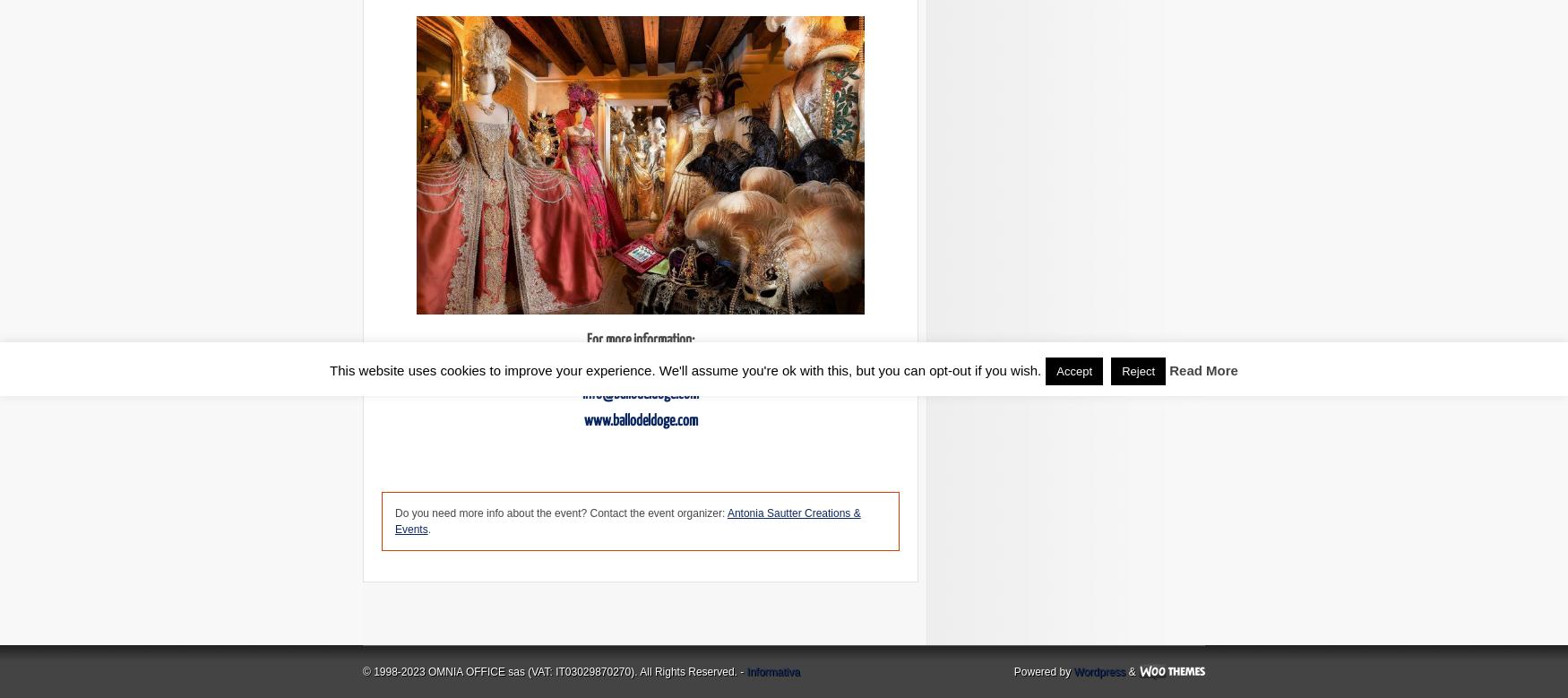 The width and height of the screenshot is (1568, 698). What do you see at coordinates (1131, 671) in the screenshot?
I see `'&'` at bounding box center [1131, 671].